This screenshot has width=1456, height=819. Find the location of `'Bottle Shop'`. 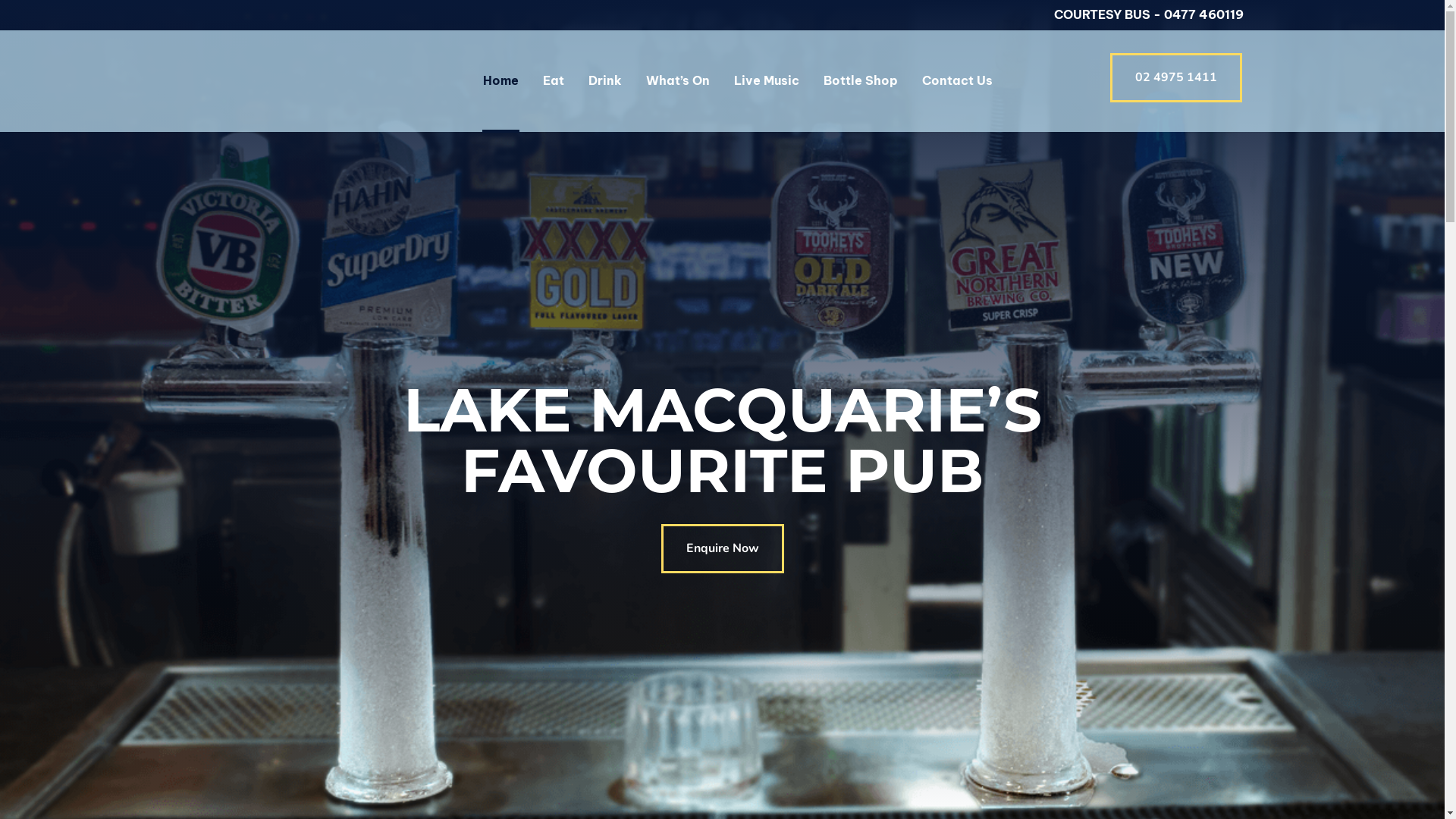

'Bottle Shop' is located at coordinates (822, 80).